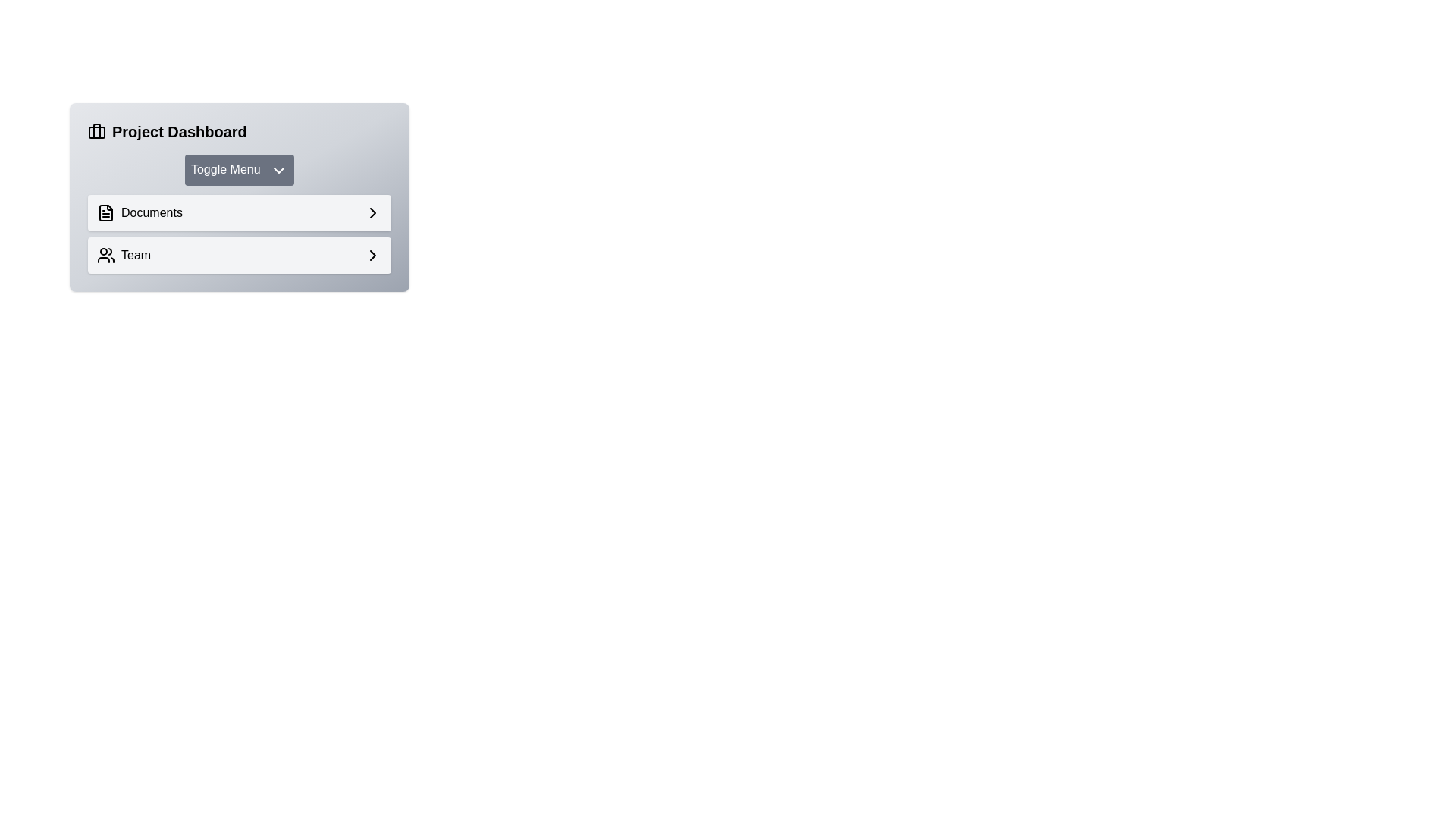  I want to click on the chevron icon located on the rightmost edge of the 'Documents' list item in the 'Project Dashboard' to trigger tooltip or visual feedback, so click(372, 212).